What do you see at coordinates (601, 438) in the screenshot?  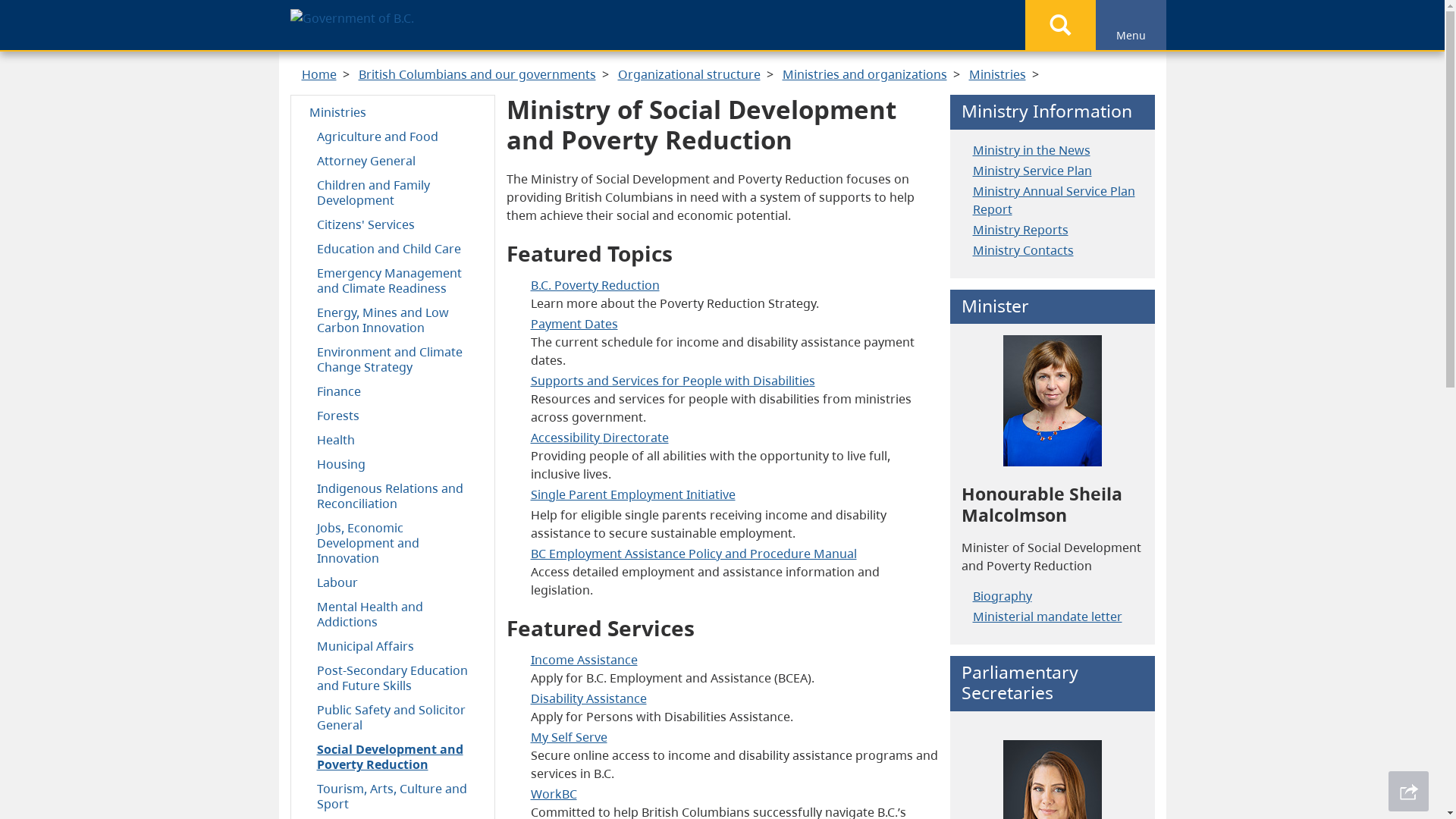 I see `'Directorate'` at bounding box center [601, 438].